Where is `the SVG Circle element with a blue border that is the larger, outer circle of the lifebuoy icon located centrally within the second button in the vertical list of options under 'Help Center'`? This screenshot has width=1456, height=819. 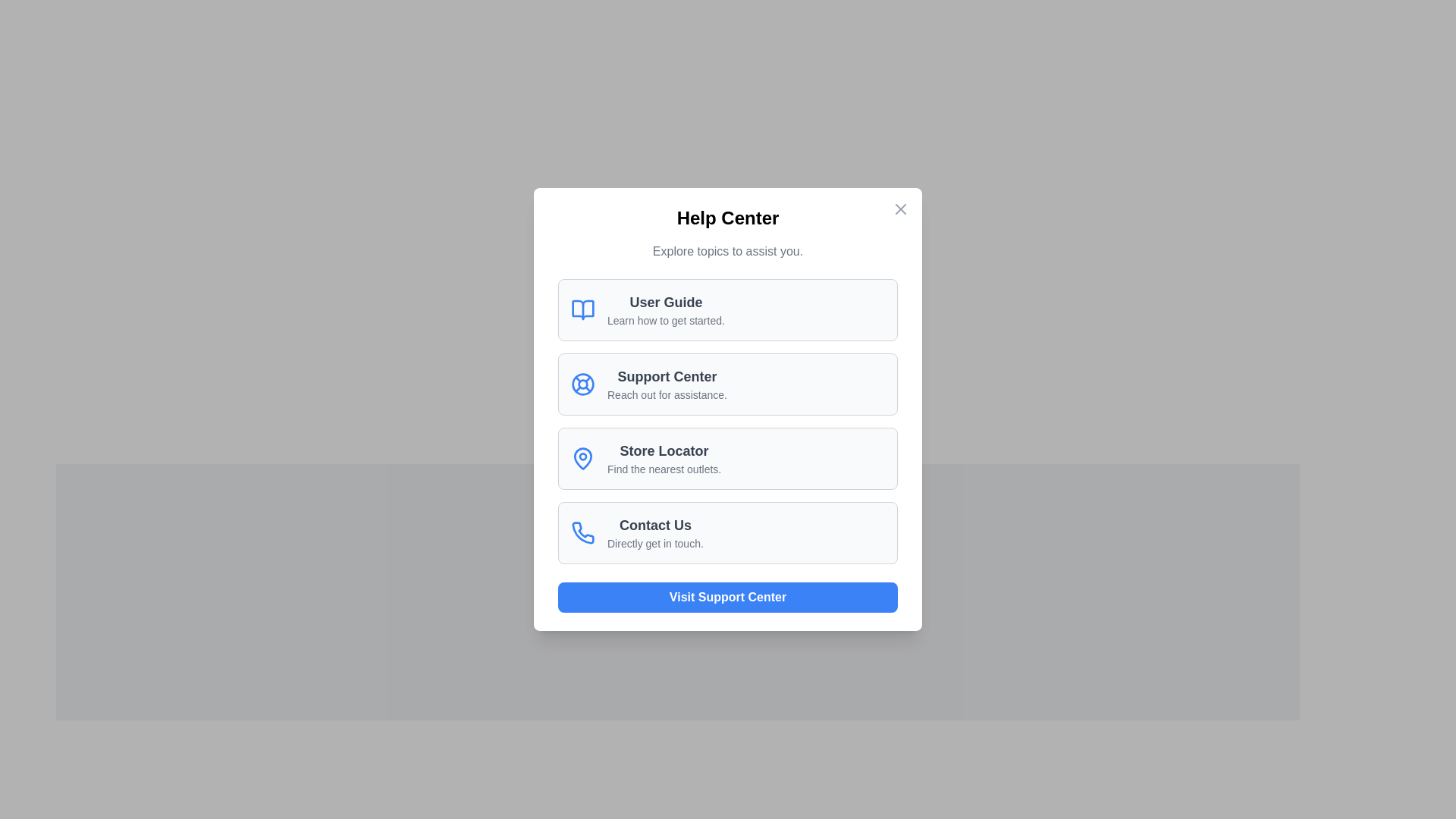 the SVG Circle element with a blue border that is the larger, outer circle of the lifebuoy icon located centrally within the second button in the vertical list of options under 'Help Center' is located at coordinates (582, 382).